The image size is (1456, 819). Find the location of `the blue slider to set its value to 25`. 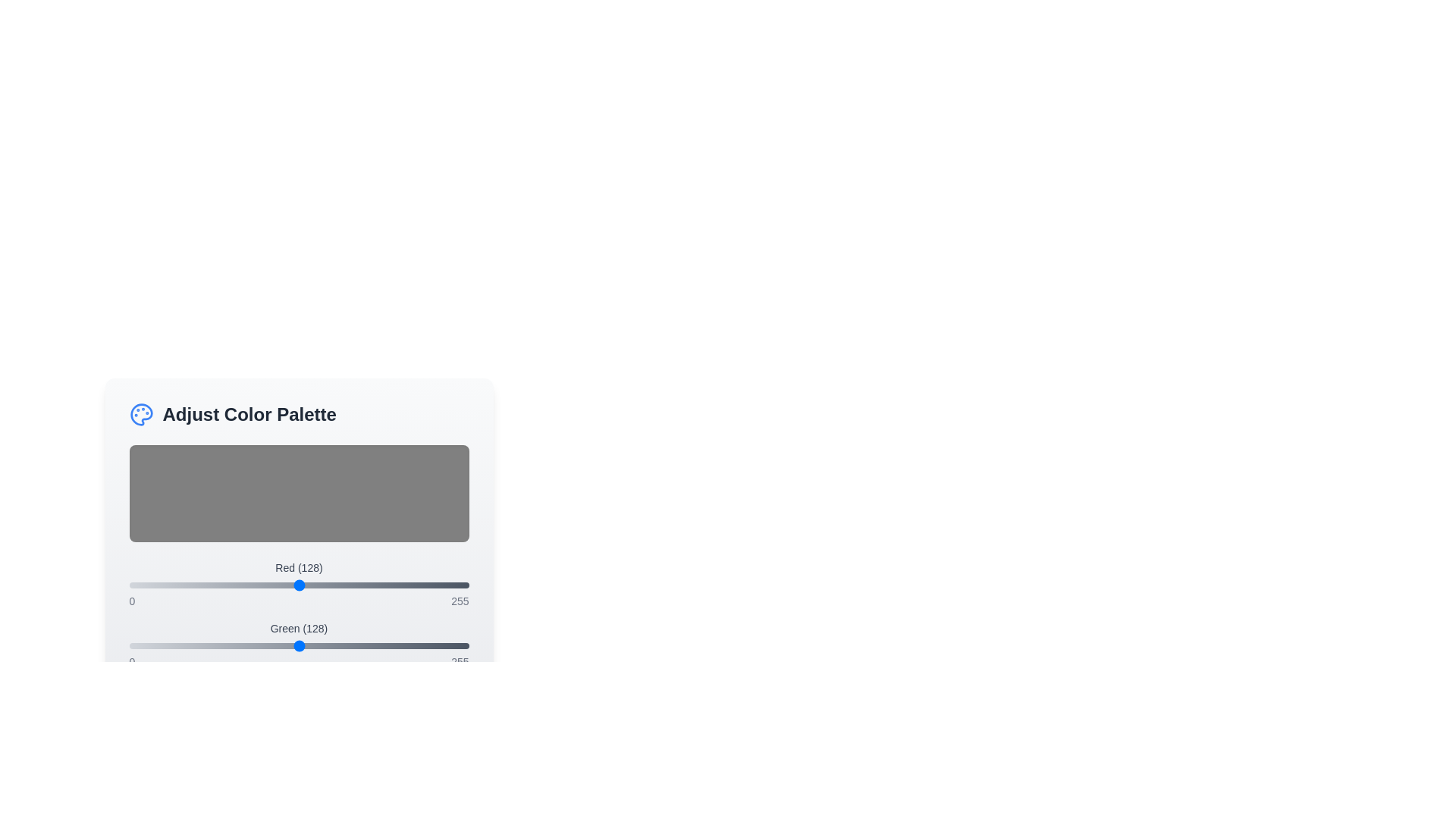

the blue slider to set its value to 25 is located at coordinates (162, 707).